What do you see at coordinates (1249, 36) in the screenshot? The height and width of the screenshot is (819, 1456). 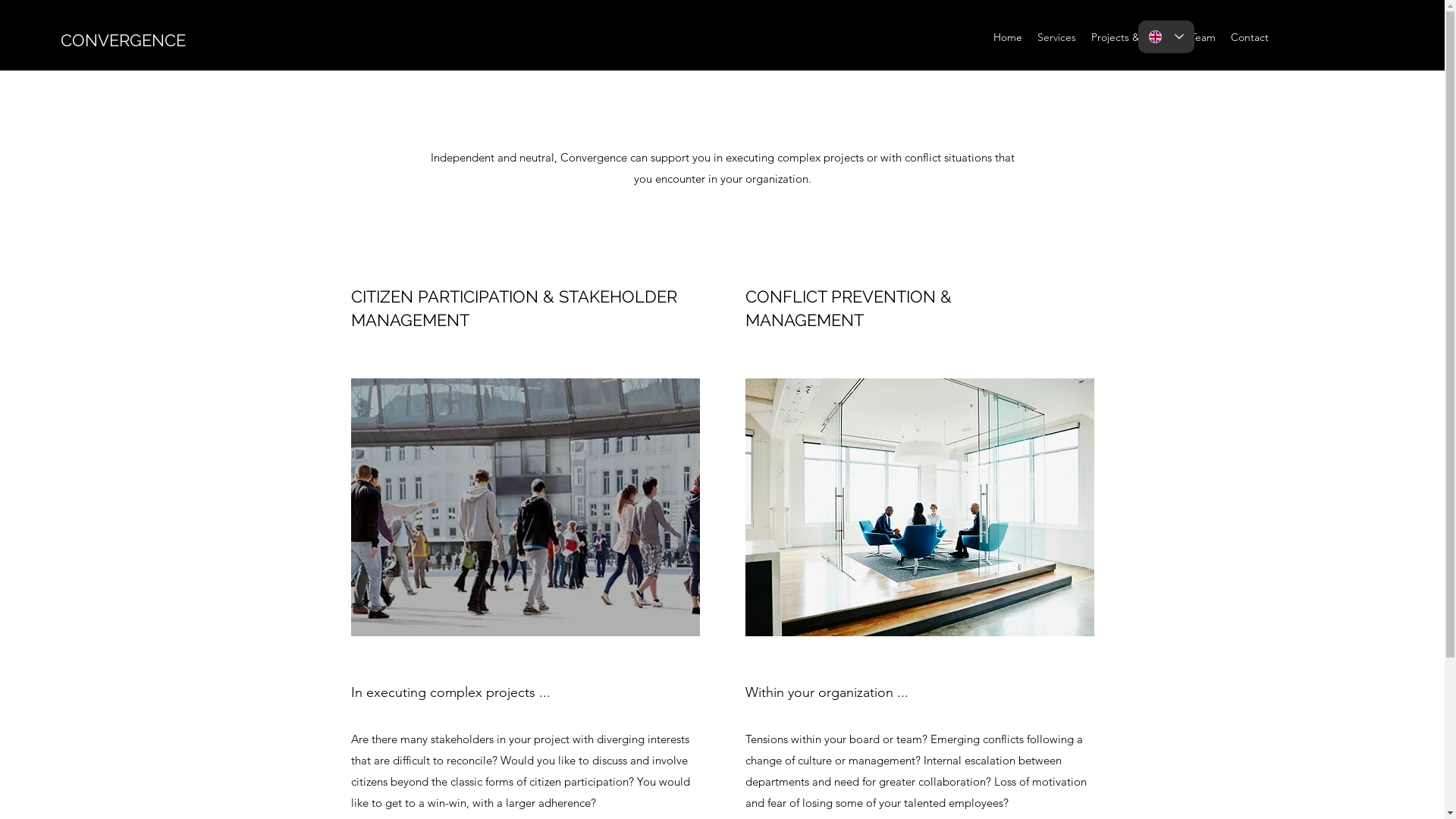 I see `'Contact'` at bounding box center [1249, 36].